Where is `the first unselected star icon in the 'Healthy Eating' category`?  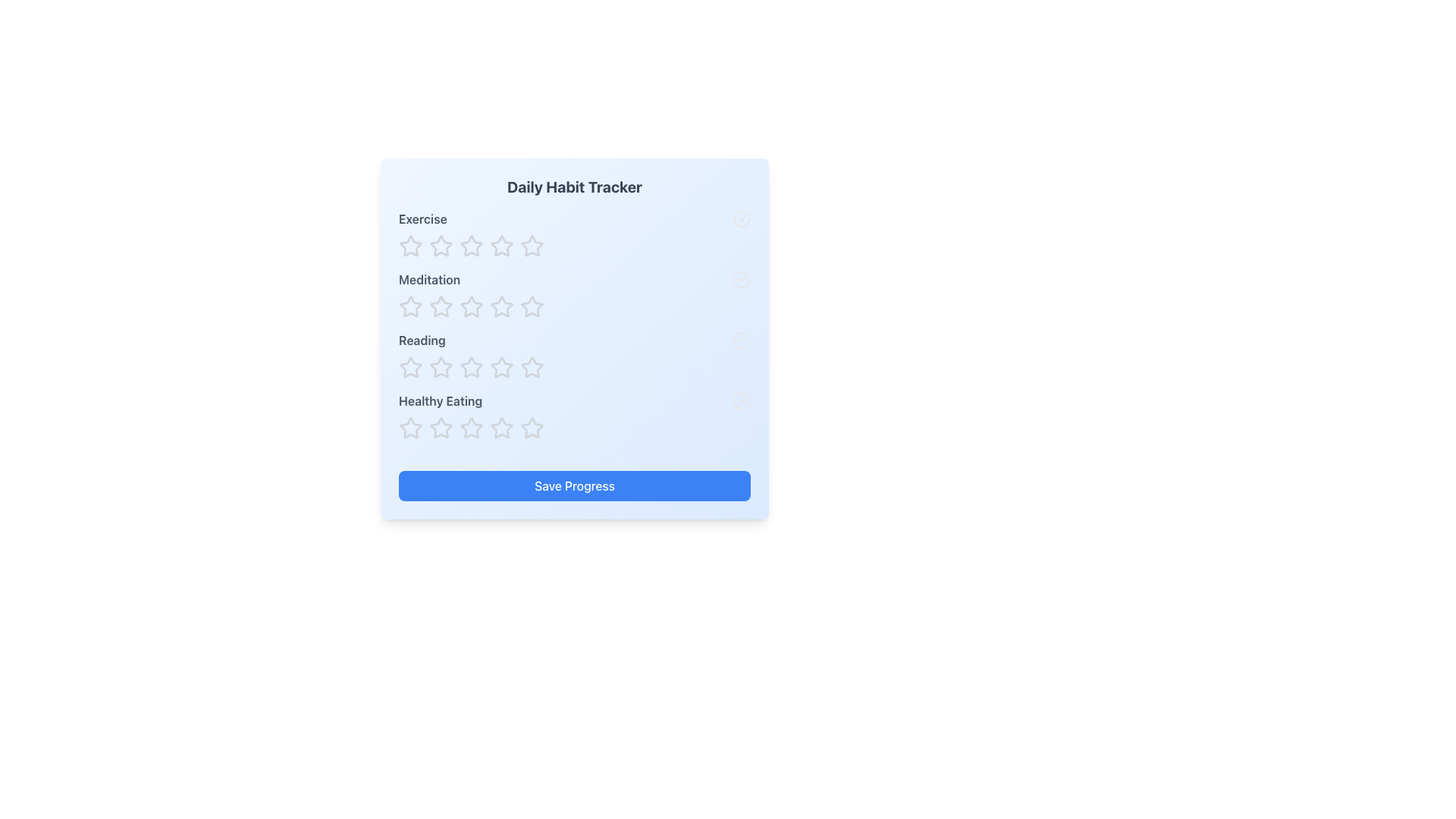
the first unselected star icon in the 'Healthy Eating' category is located at coordinates (440, 428).